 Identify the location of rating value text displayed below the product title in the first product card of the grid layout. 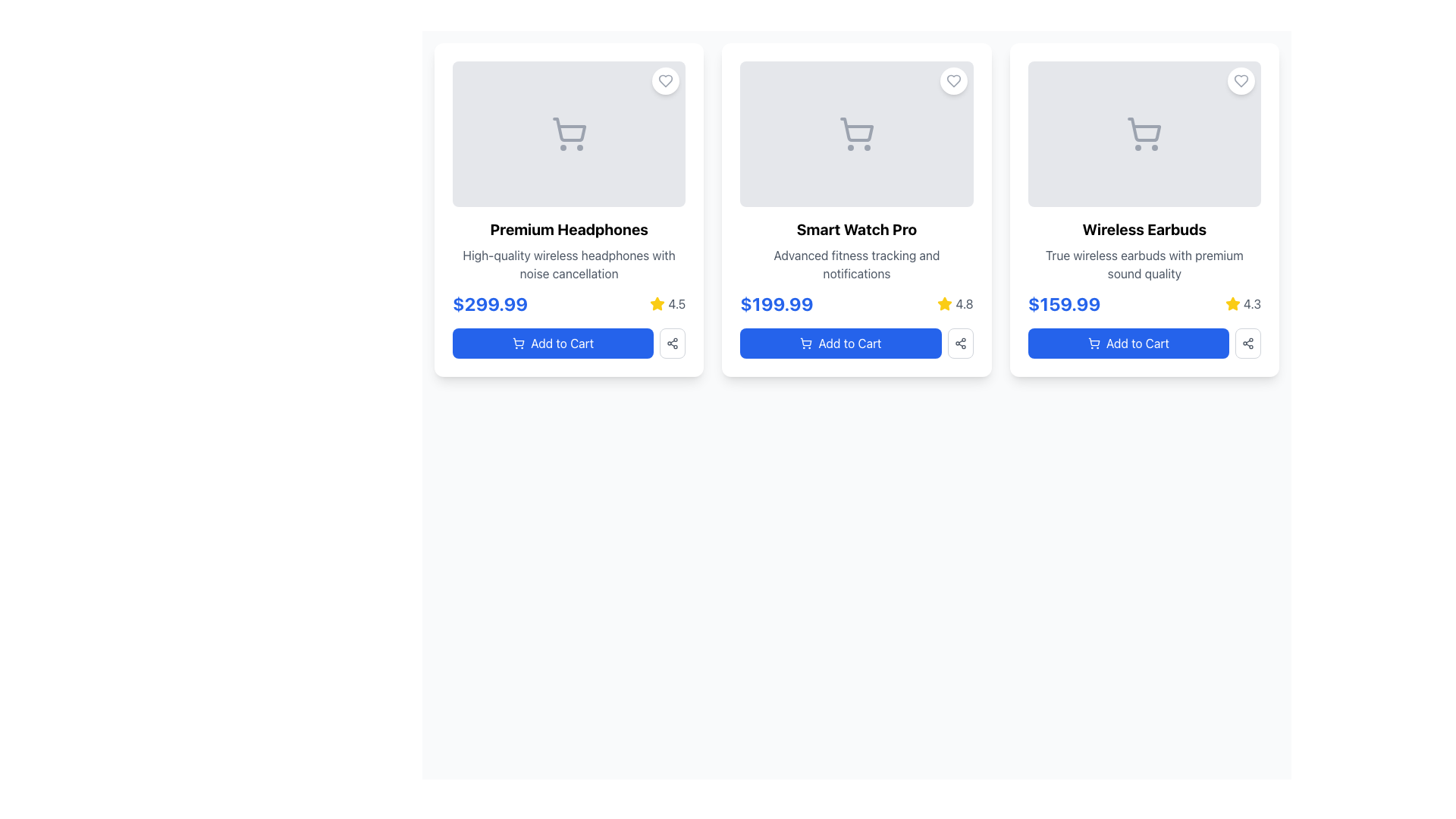
(676, 304).